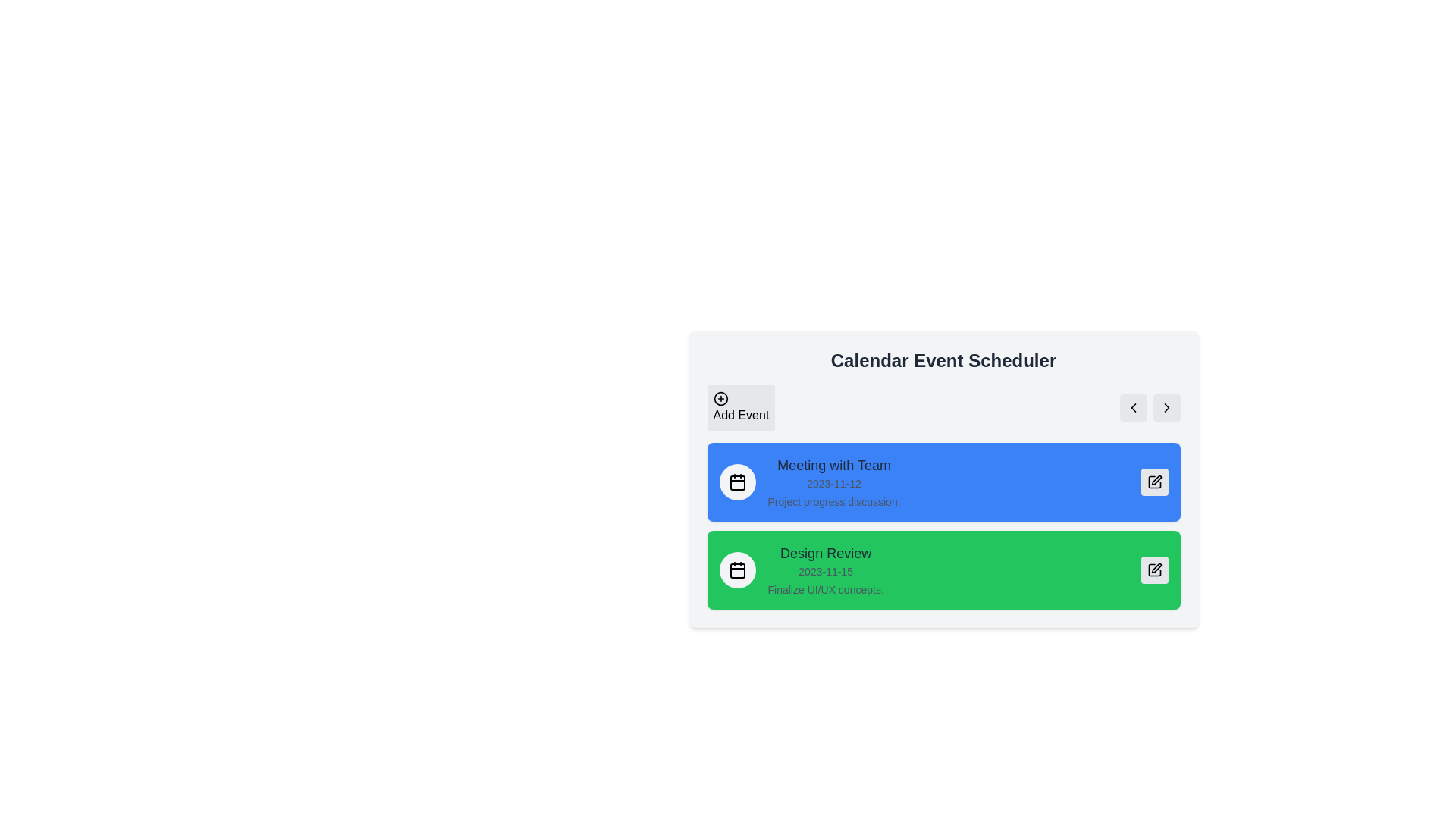 Image resolution: width=1456 pixels, height=819 pixels. I want to click on the title text label for the first event in the Calendar Event Scheduler, so click(833, 464).